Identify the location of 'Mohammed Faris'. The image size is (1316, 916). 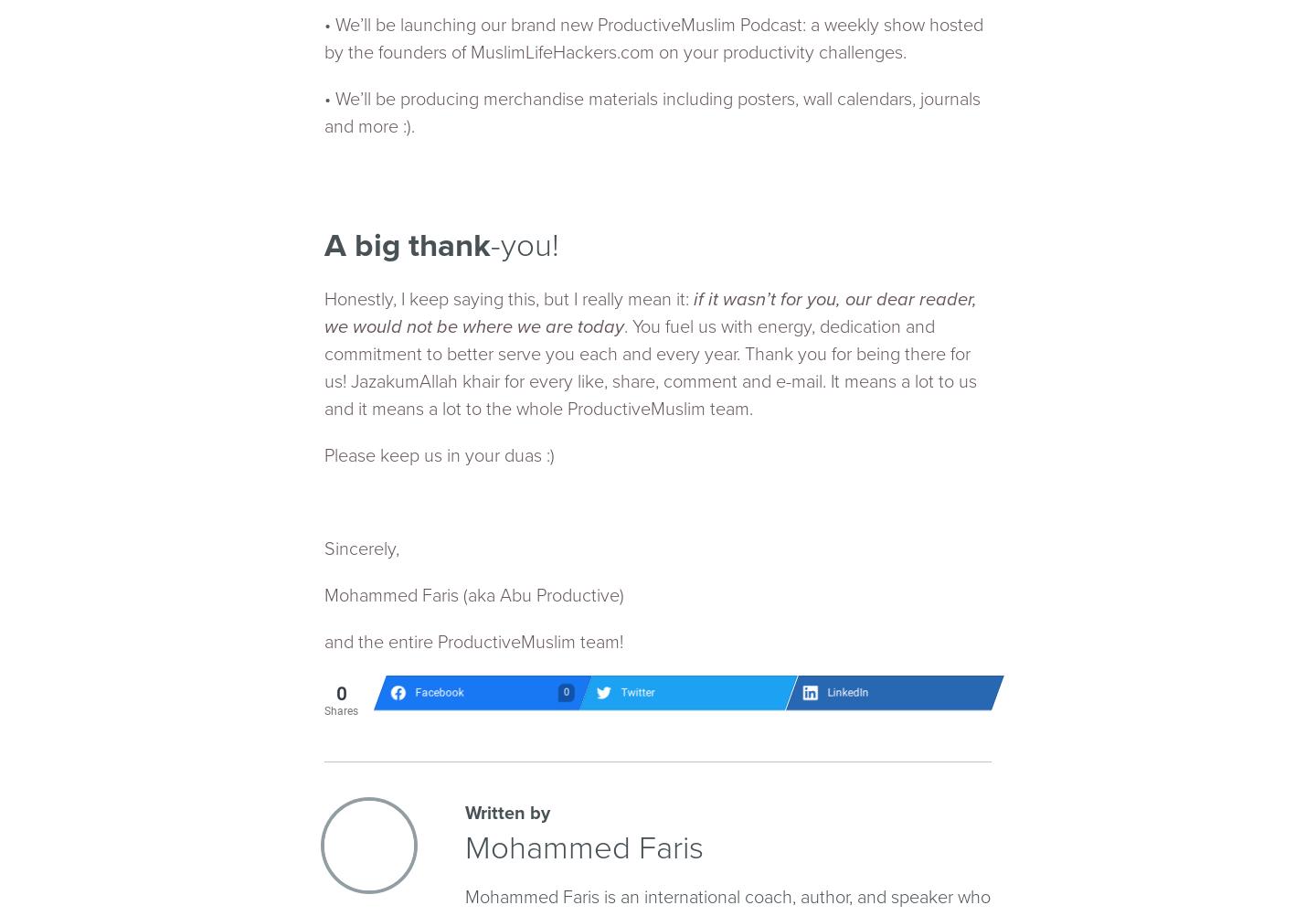
(583, 847).